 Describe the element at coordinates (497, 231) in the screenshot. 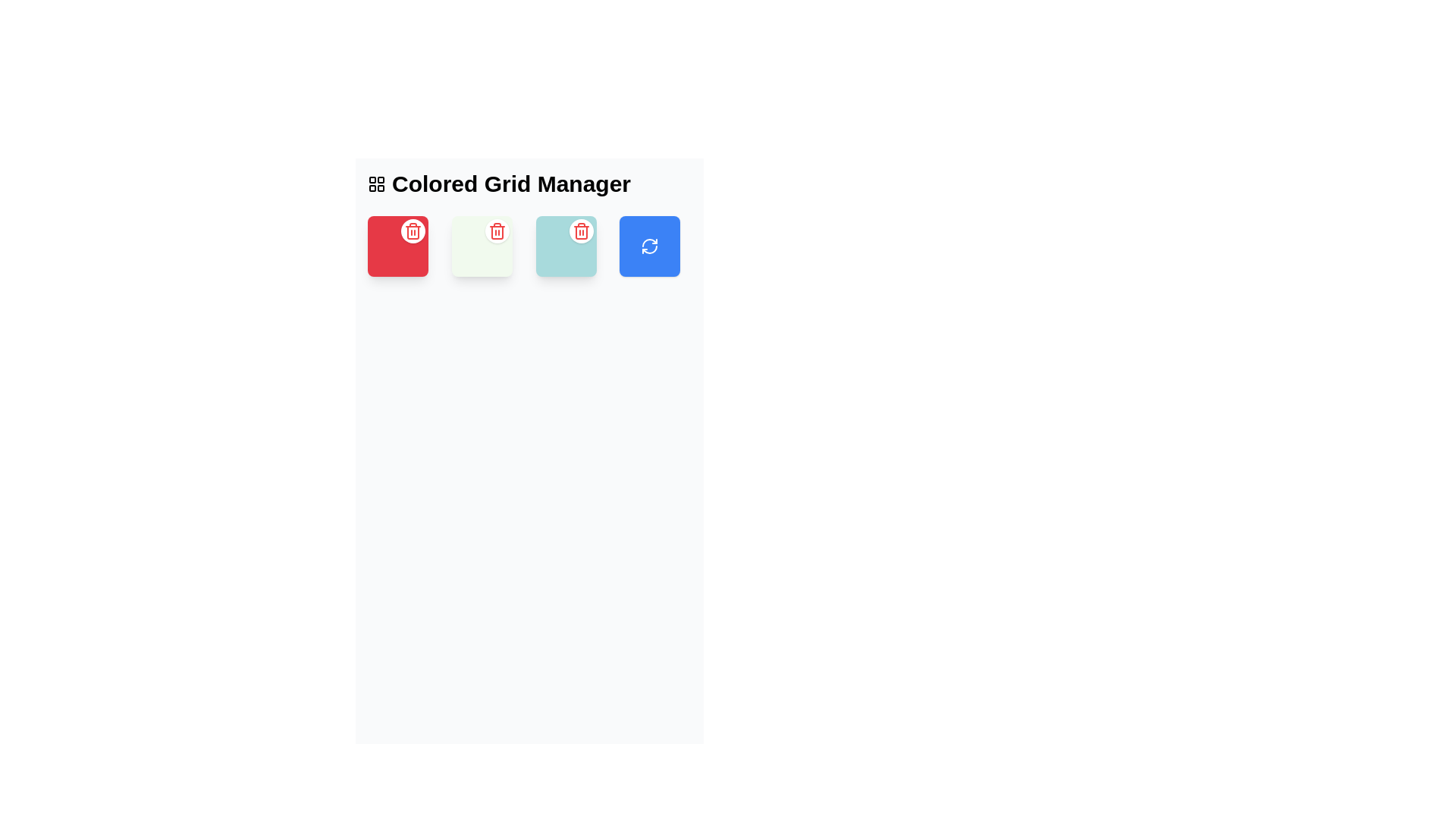

I see `the white circular button with a red trashcan icon located in the top-right corner of the light green square block in the Colored Grid Manager interface` at that location.